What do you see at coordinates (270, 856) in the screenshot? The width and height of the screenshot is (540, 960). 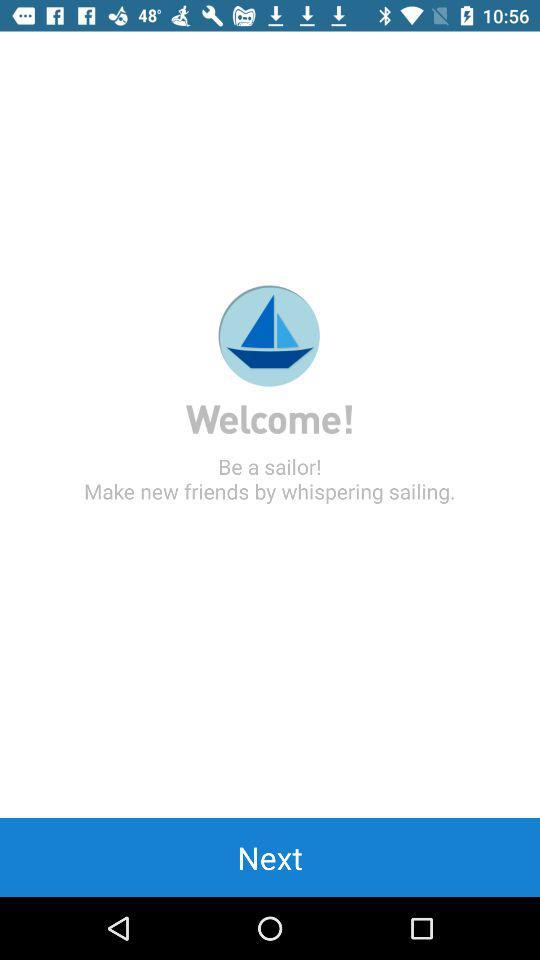 I see `icon below be a sailor` at bounding box center [270, 856].